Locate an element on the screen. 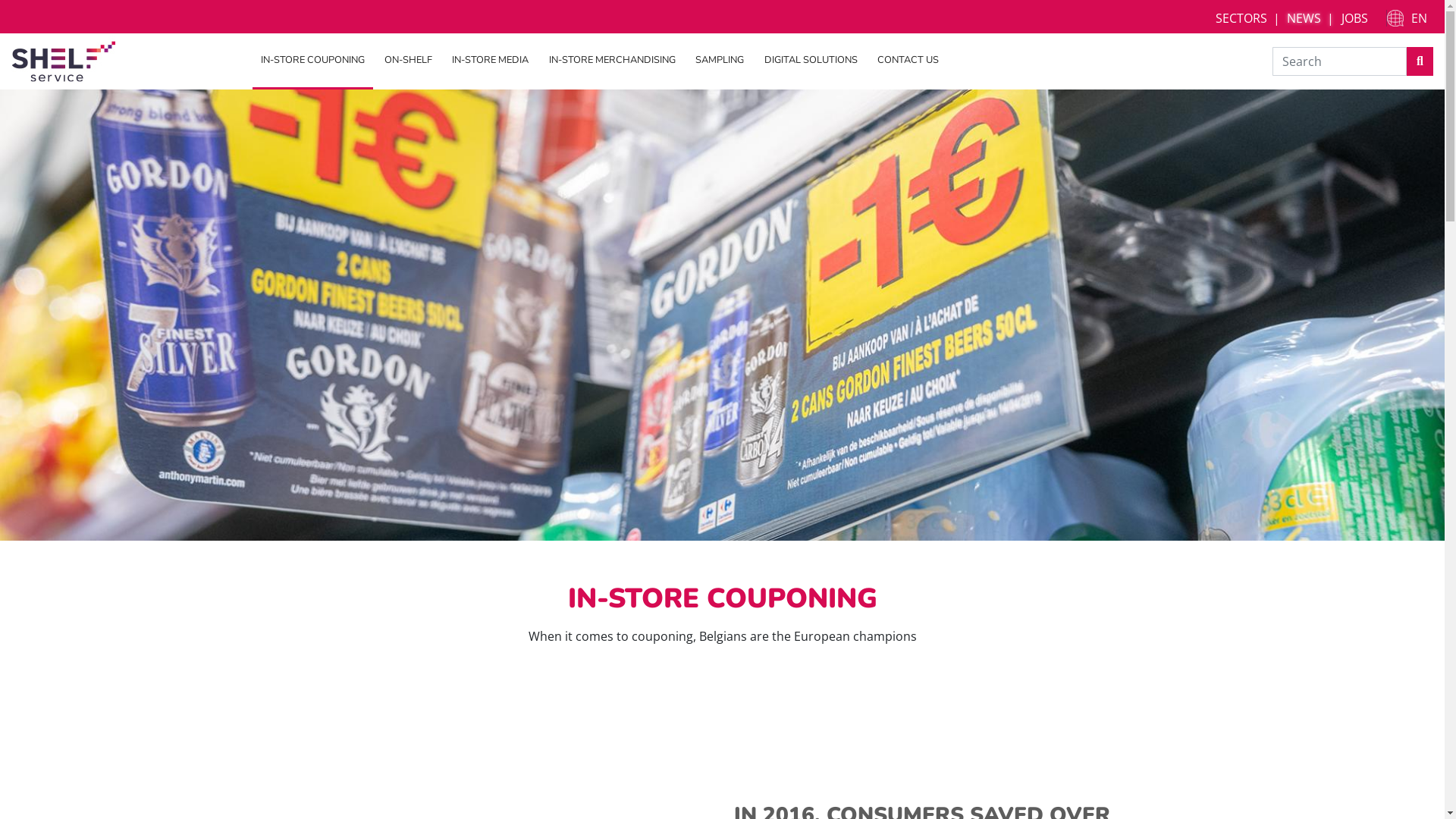  'JOBS' is located at coordinates (1354, 17).